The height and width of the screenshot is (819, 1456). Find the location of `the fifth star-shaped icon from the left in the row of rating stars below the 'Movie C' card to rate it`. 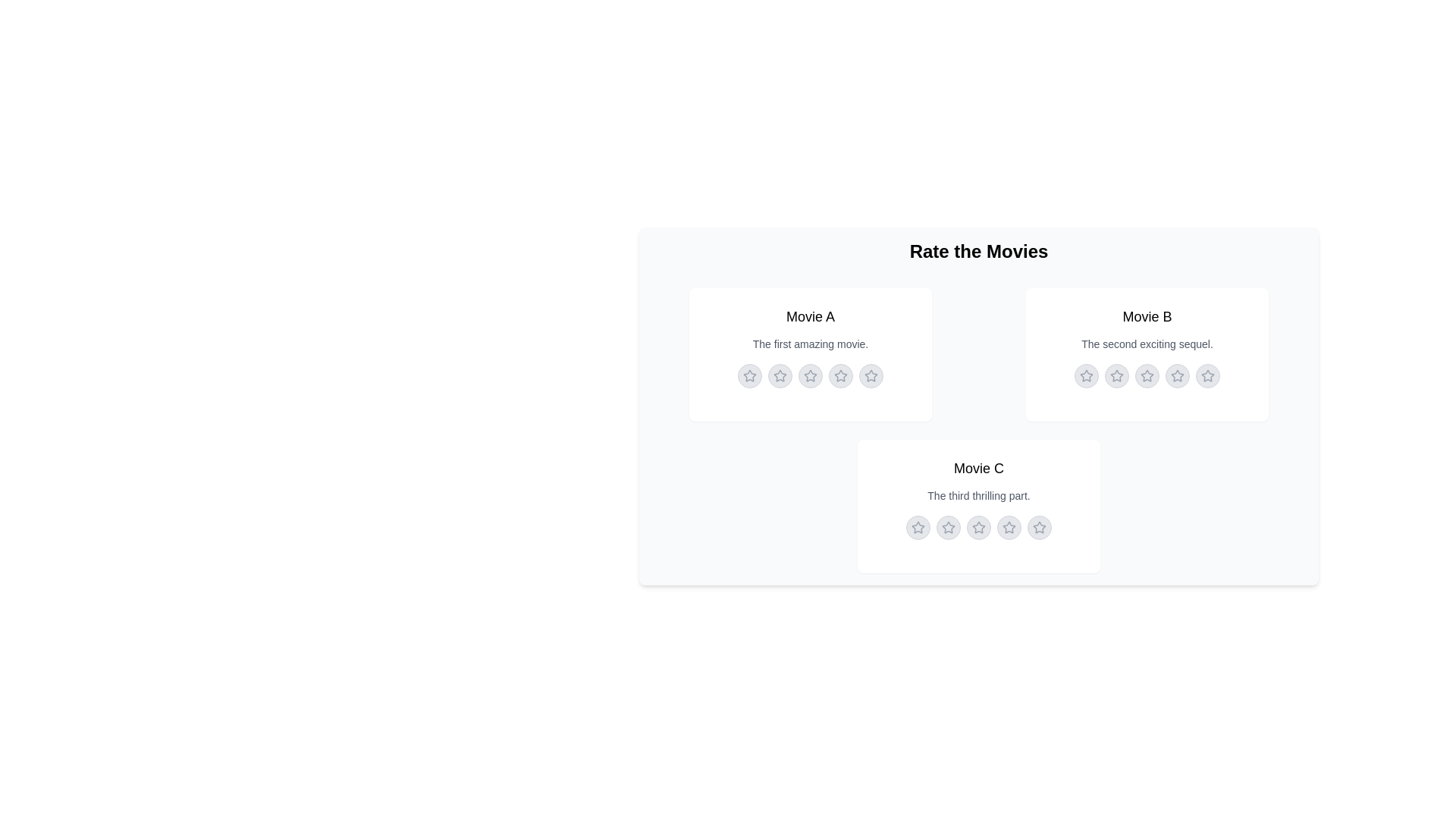

the fifth star-shaped icon from the left in the row of rating stars below the 'Movie C' card to rate it is located at coordinates (1039, 526).